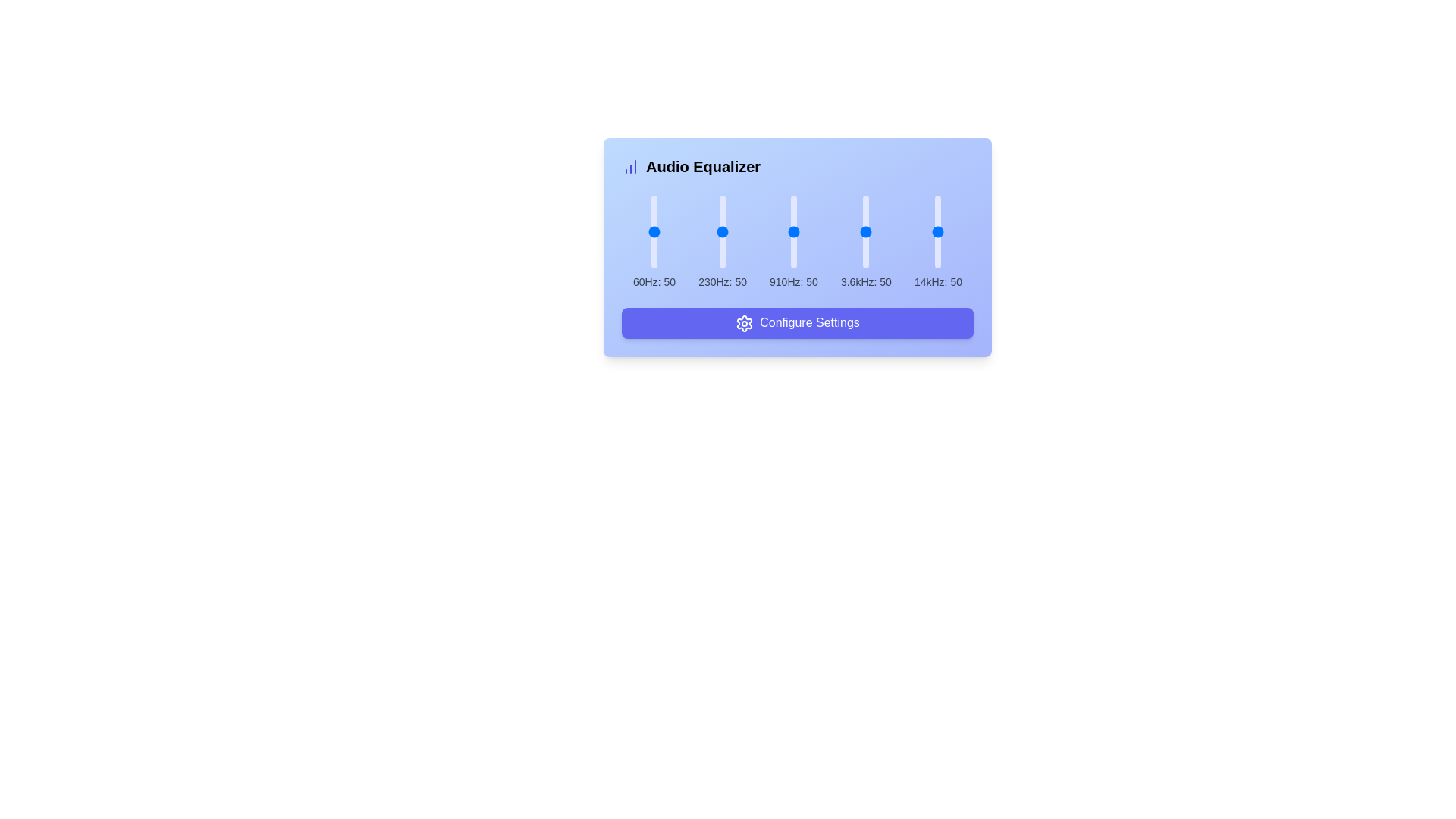 This screenshot has width=1456, height=819. What do you see at coordinates (654, 242) in the screenshot?
I see `the circular thumb of the vertical slider for the '60Hz' frequency` at bounding box center [654, 242].